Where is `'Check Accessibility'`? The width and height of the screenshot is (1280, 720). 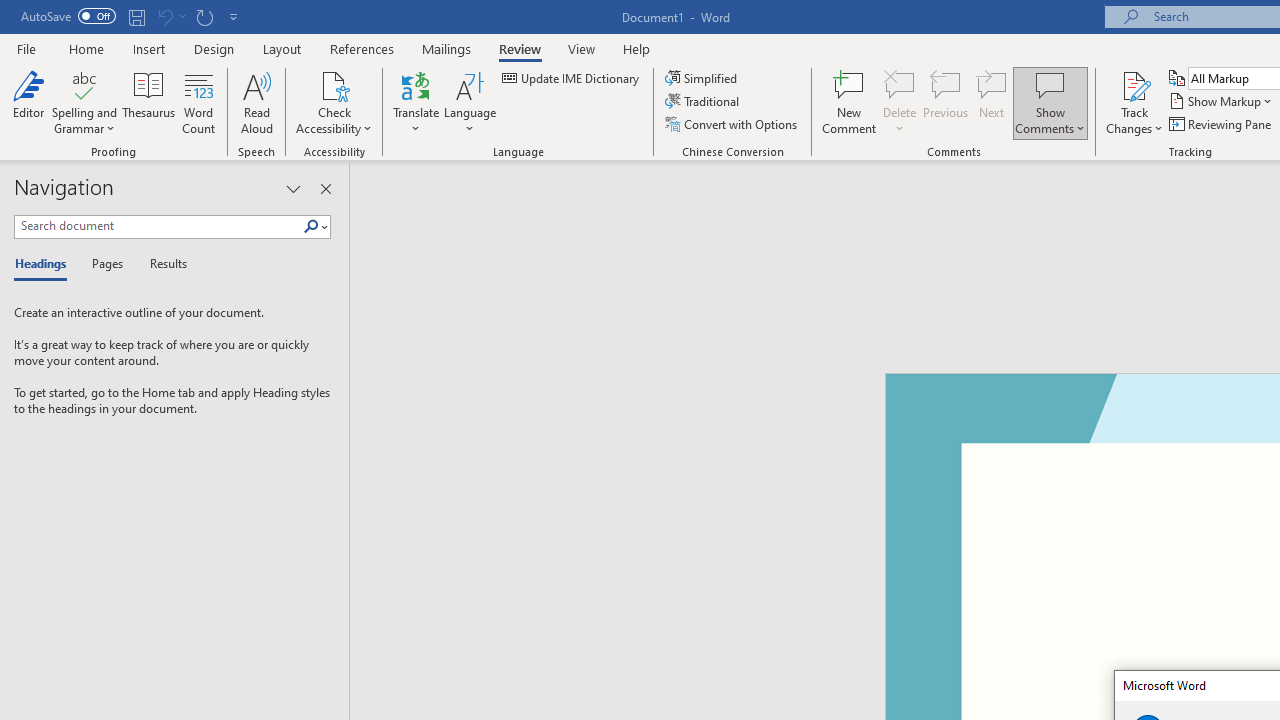
'Check Accessibility' is located at coordinates (334, 103).